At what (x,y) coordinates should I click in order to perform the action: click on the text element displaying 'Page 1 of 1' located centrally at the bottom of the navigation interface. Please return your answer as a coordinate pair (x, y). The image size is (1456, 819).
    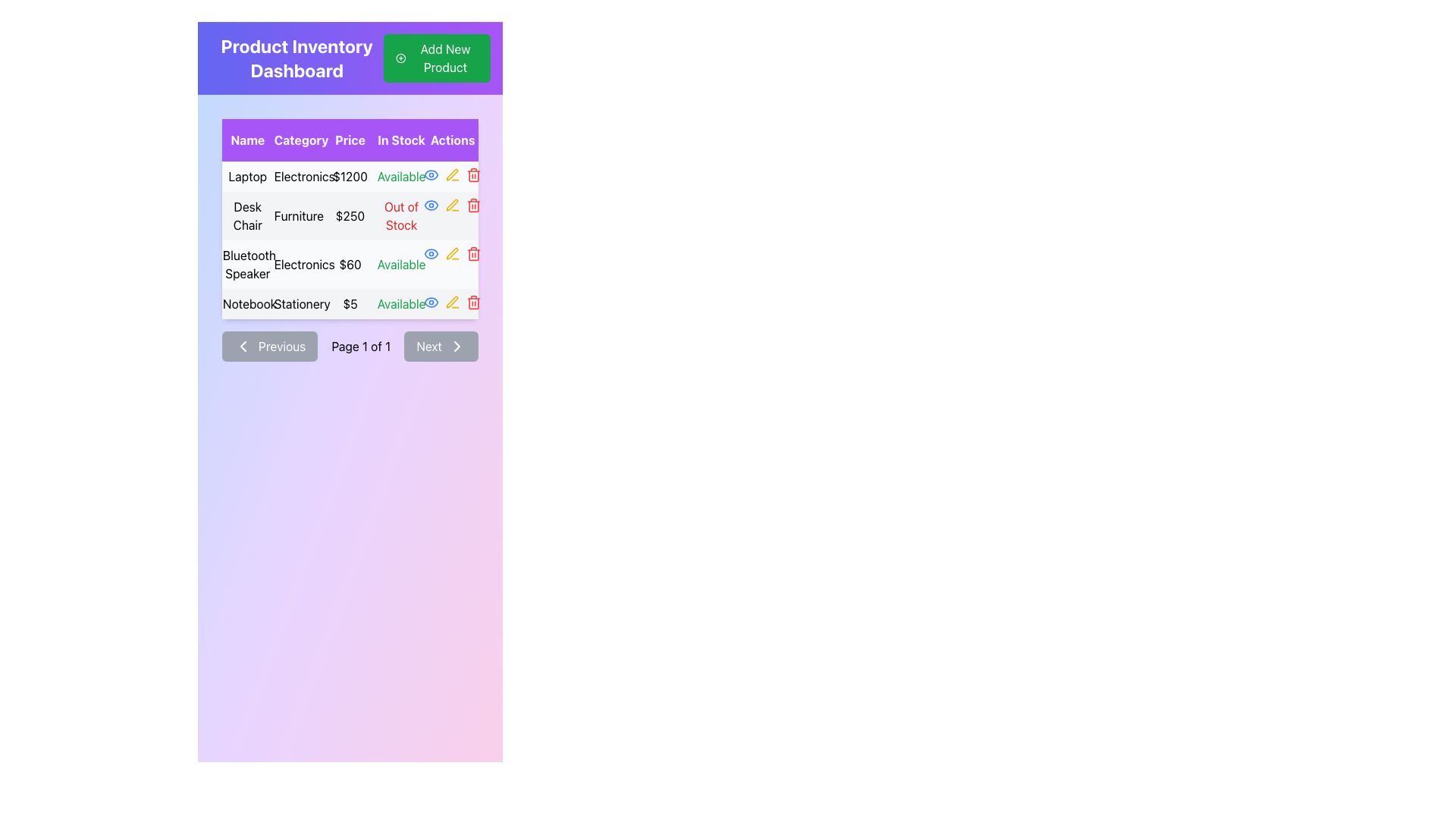
    Looking at the image, I should click on (360, 346).